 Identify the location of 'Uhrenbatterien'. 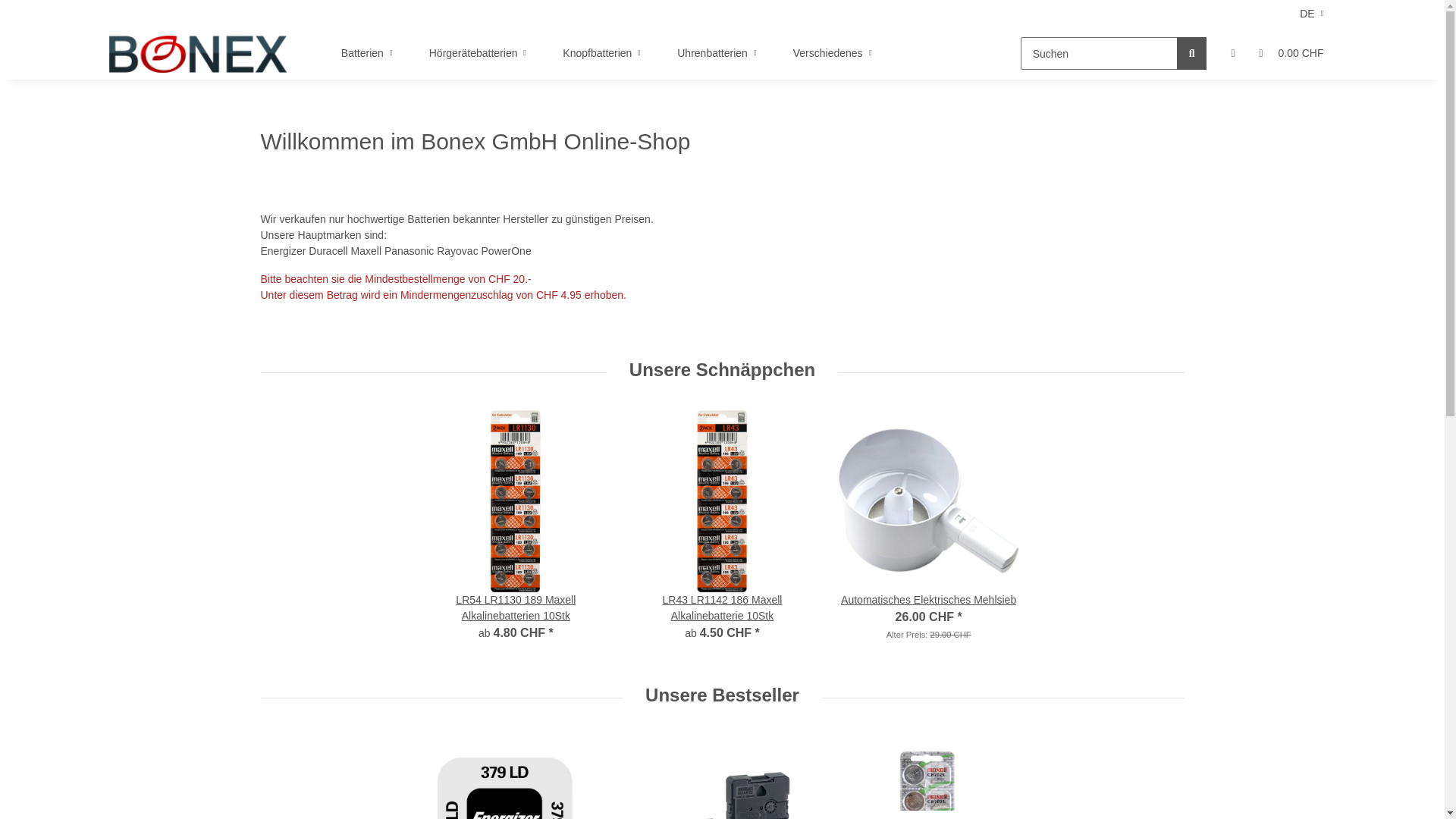
(716, 52).